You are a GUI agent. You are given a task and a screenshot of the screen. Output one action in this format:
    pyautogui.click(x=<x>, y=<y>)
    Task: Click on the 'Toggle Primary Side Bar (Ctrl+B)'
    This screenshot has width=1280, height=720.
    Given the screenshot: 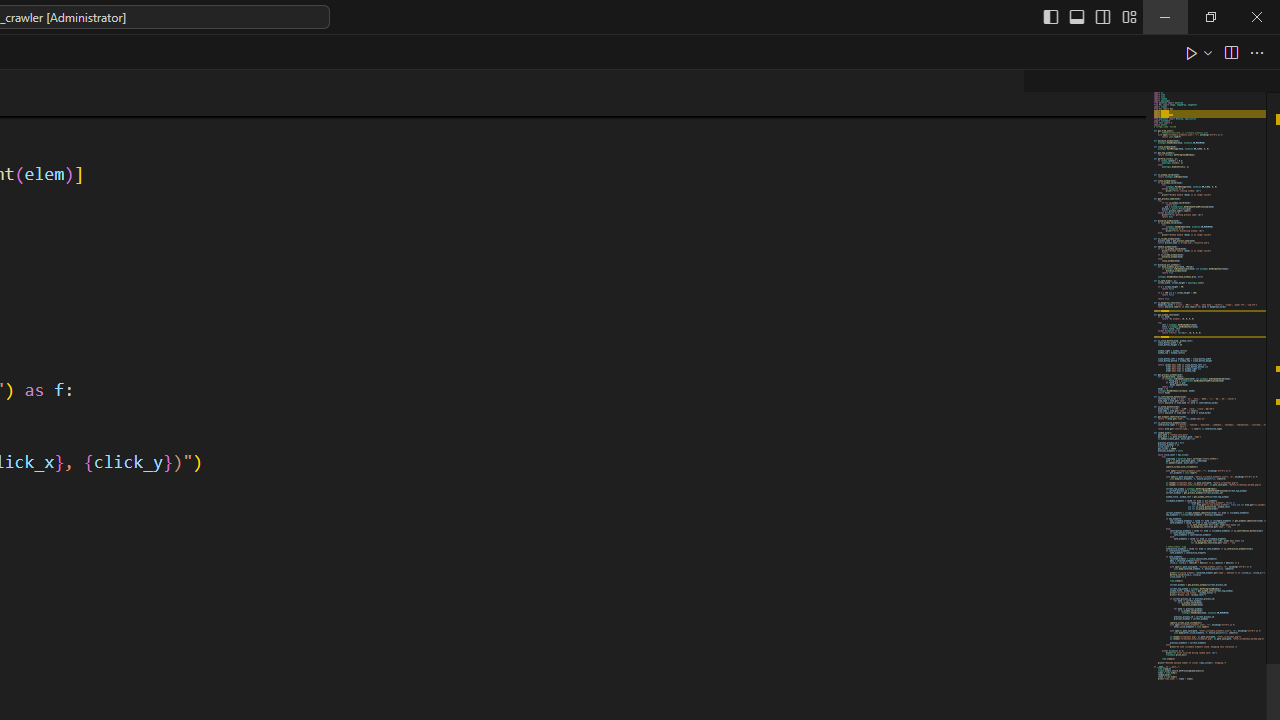 What is the action you would take?
    pyautogui.click(x=1049, y=16)
    